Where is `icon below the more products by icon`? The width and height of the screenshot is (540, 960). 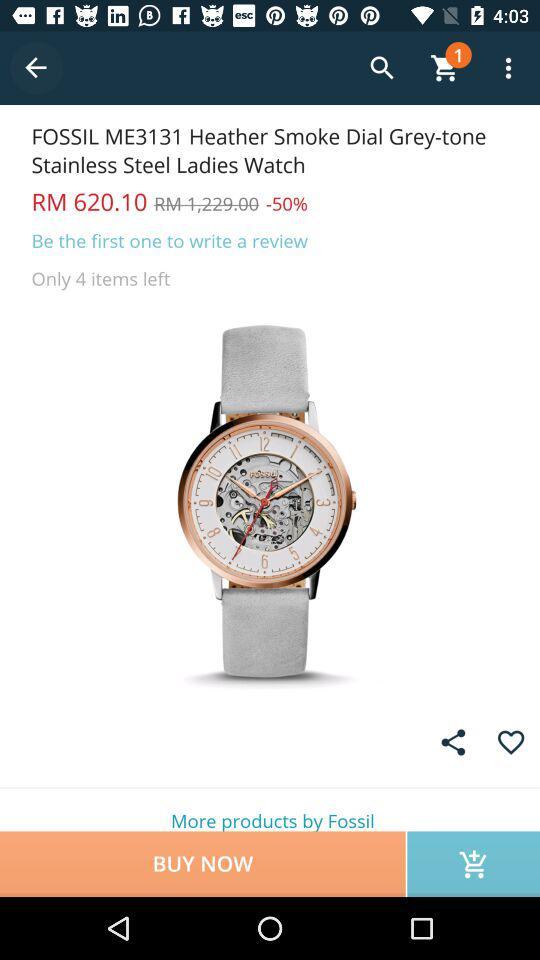 icon below the more products by icon is located at coordinates (202, 863).